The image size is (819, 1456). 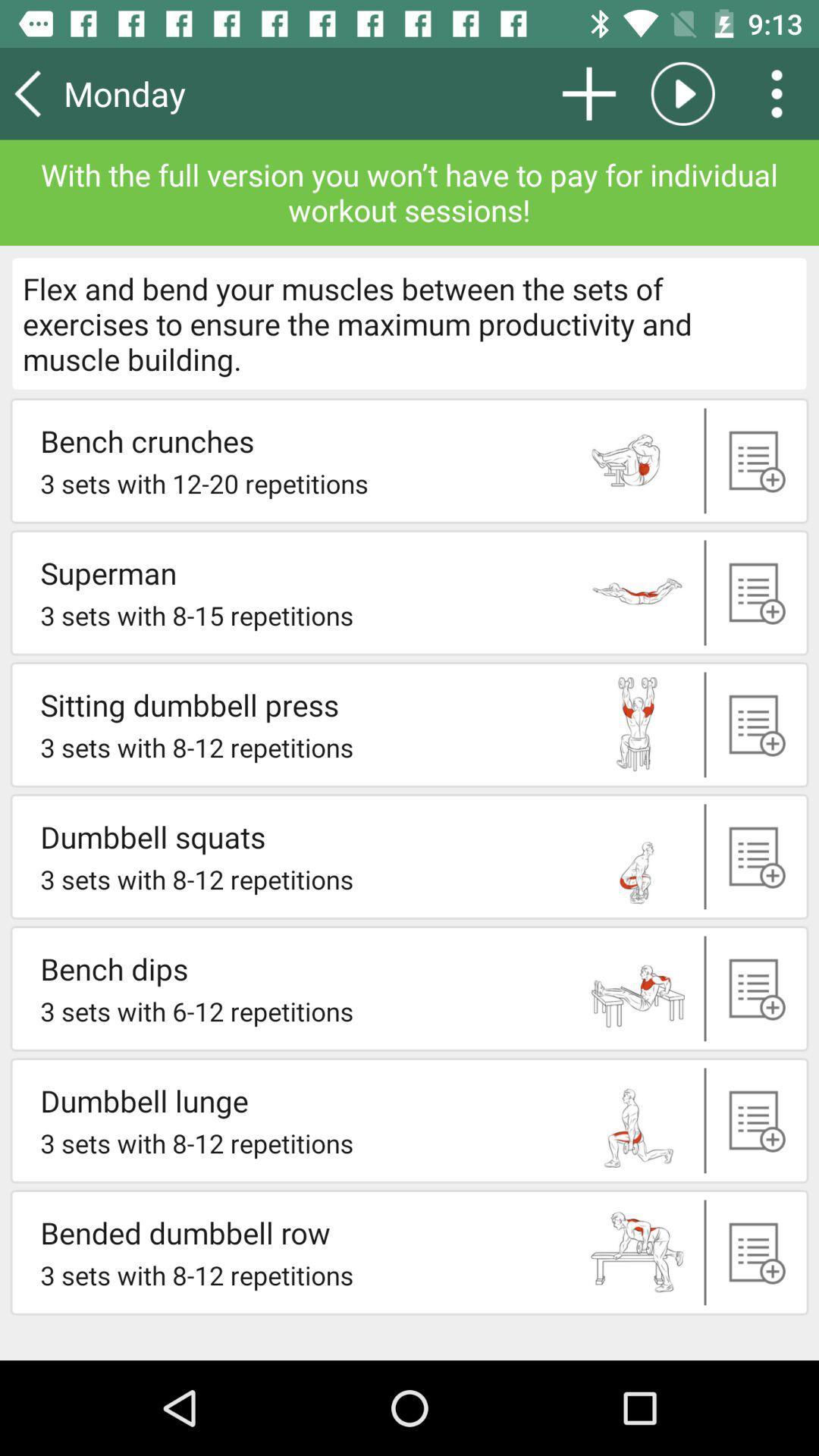 I want to click on the play icon, so click(x=682, y=93).